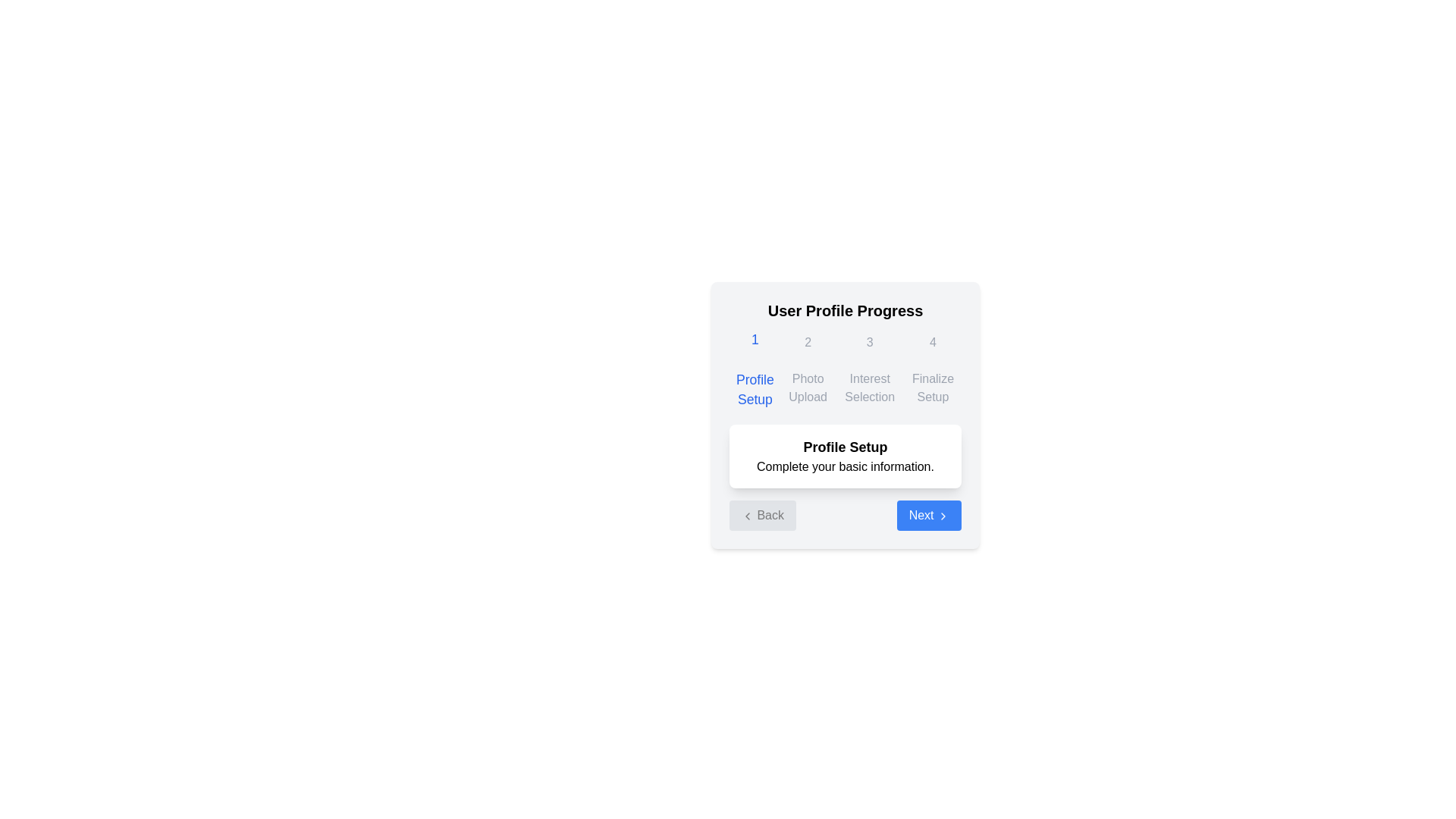 The image size is (1456, 819). Describe the element at coordinates (755, 389) in the screenshot. I see `the descriptive text label indicating the first step of the user profile progress setup, located below the number '1' in the top left corner of the modal interface` at that location.